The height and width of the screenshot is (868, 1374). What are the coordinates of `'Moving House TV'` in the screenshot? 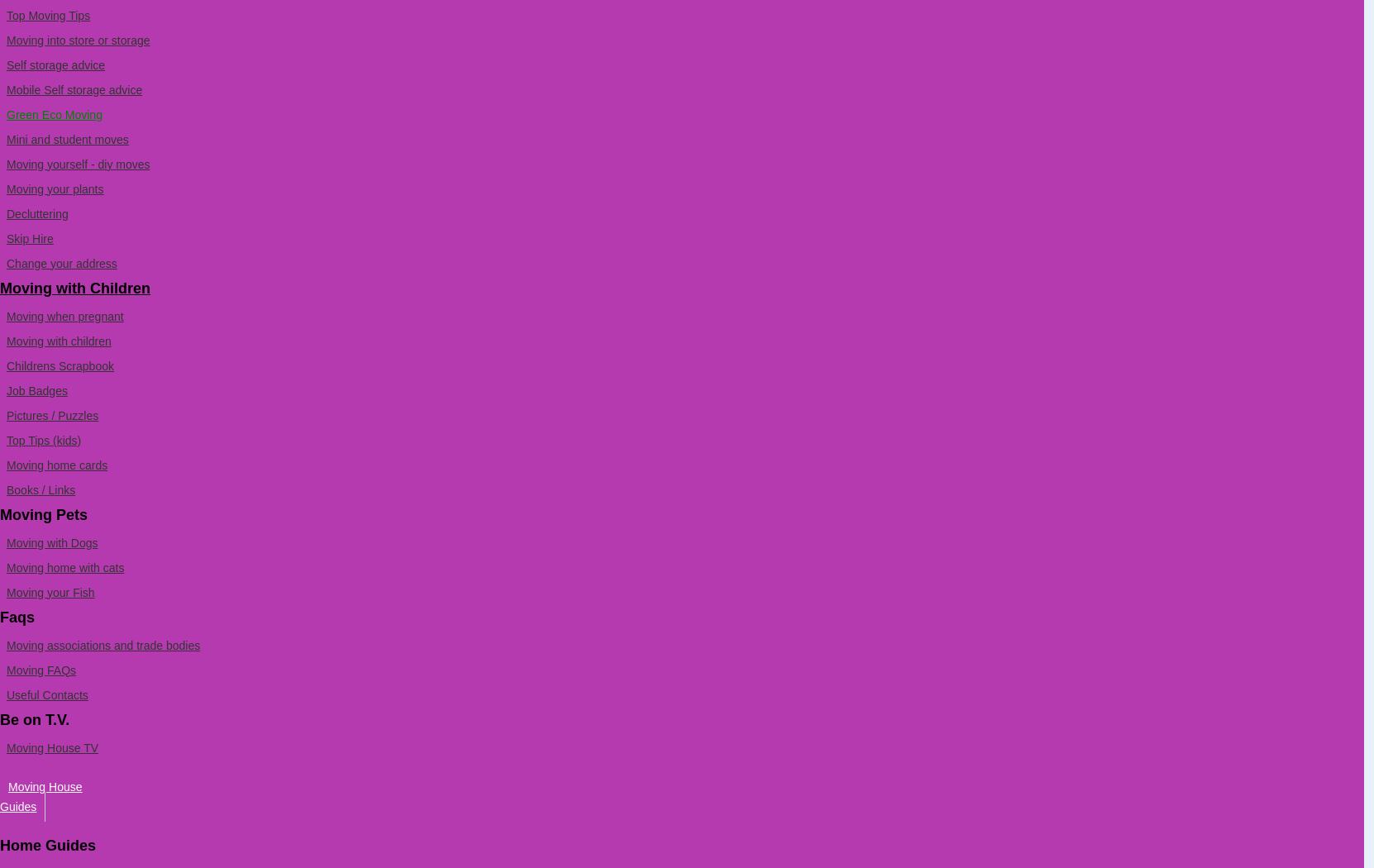 It's located at (51, 747).